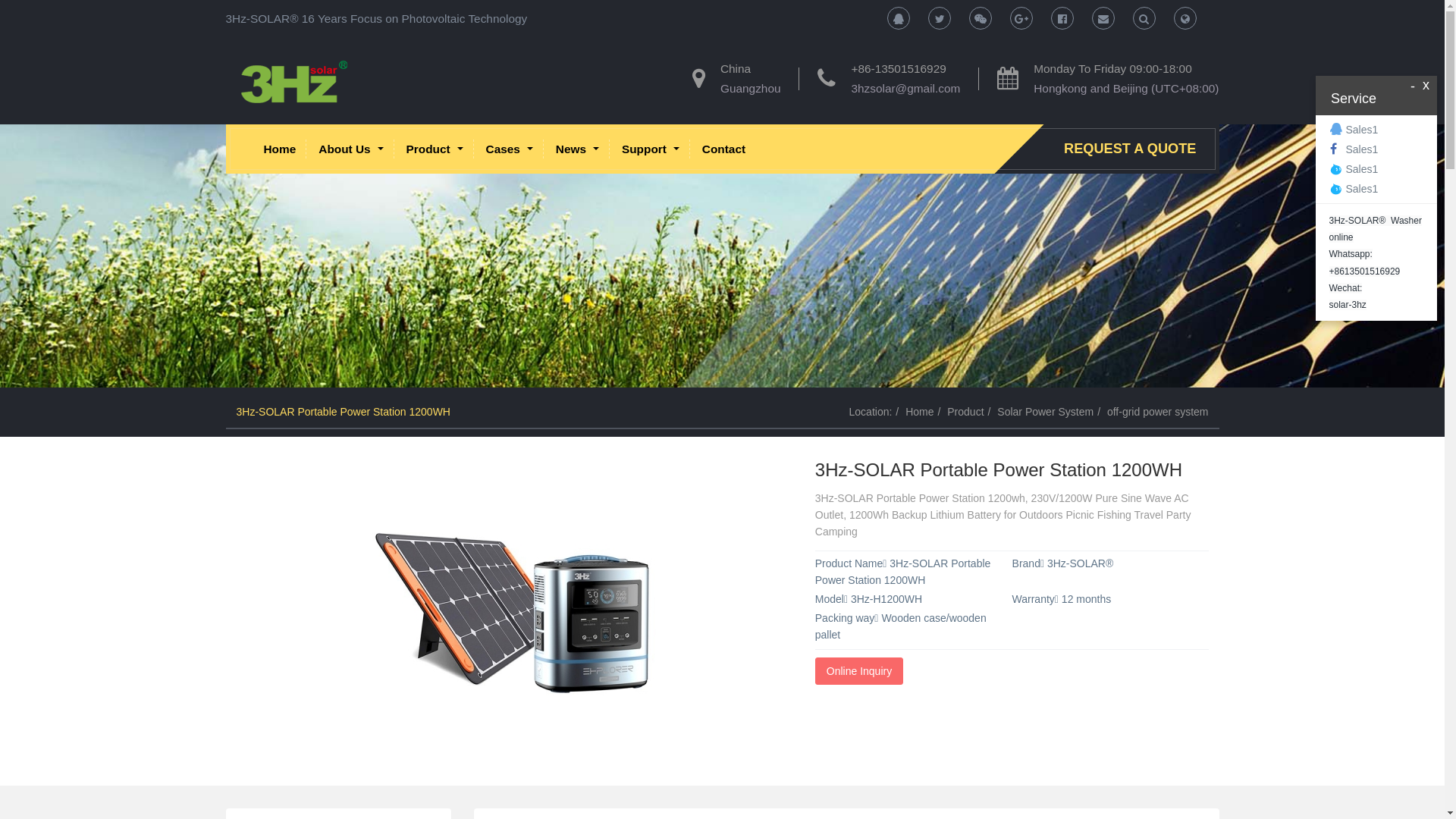 The height and width of the screenshot is (819, 1456). What do you see at coordinates (858, 670) in the screenshot?
I see `'Online Inquiry'` at bounding box center [858, 670].